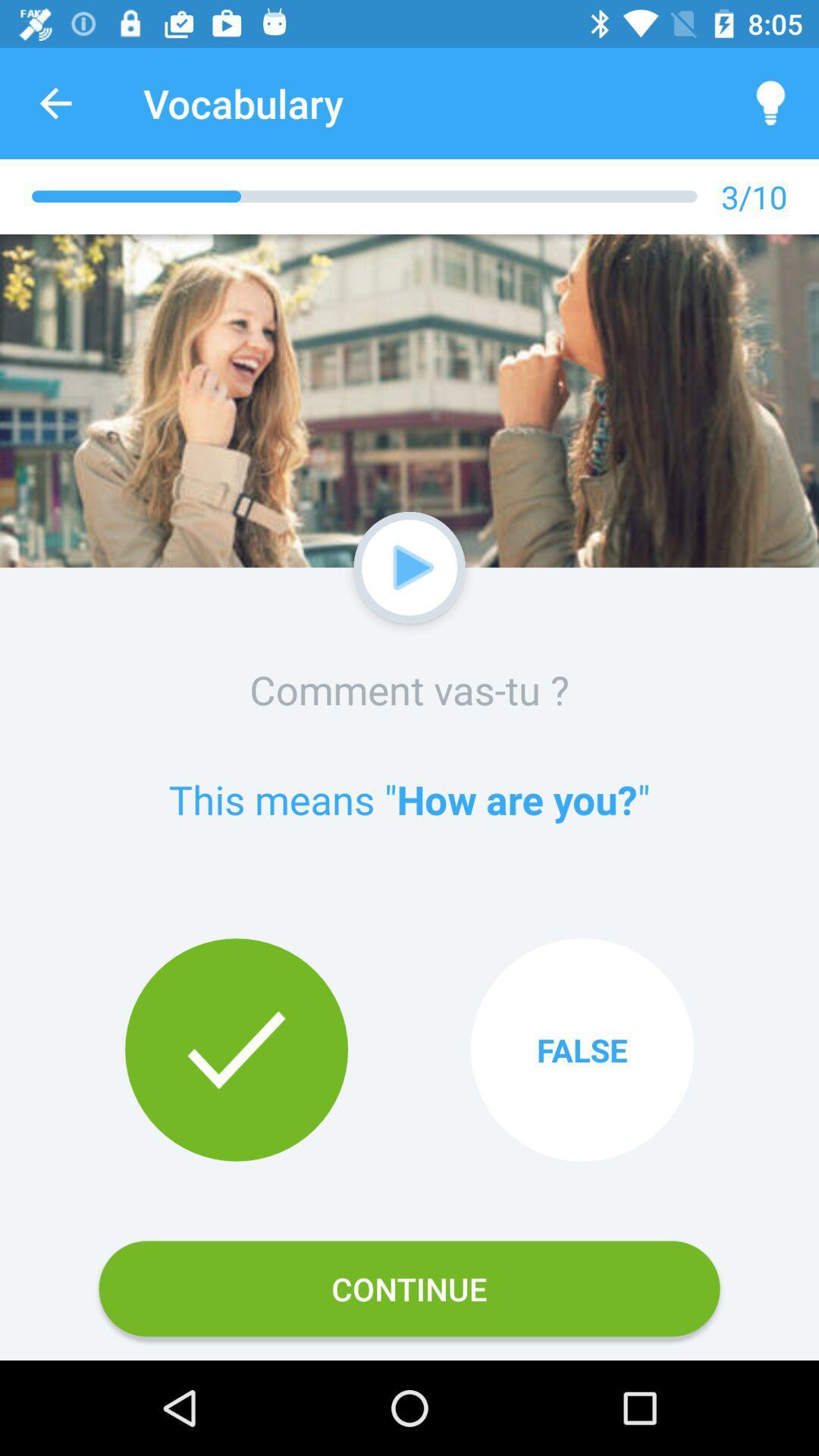 This screenshot has height=1456, width=819. I want to click on the icon below true item, so click(409, 1288).